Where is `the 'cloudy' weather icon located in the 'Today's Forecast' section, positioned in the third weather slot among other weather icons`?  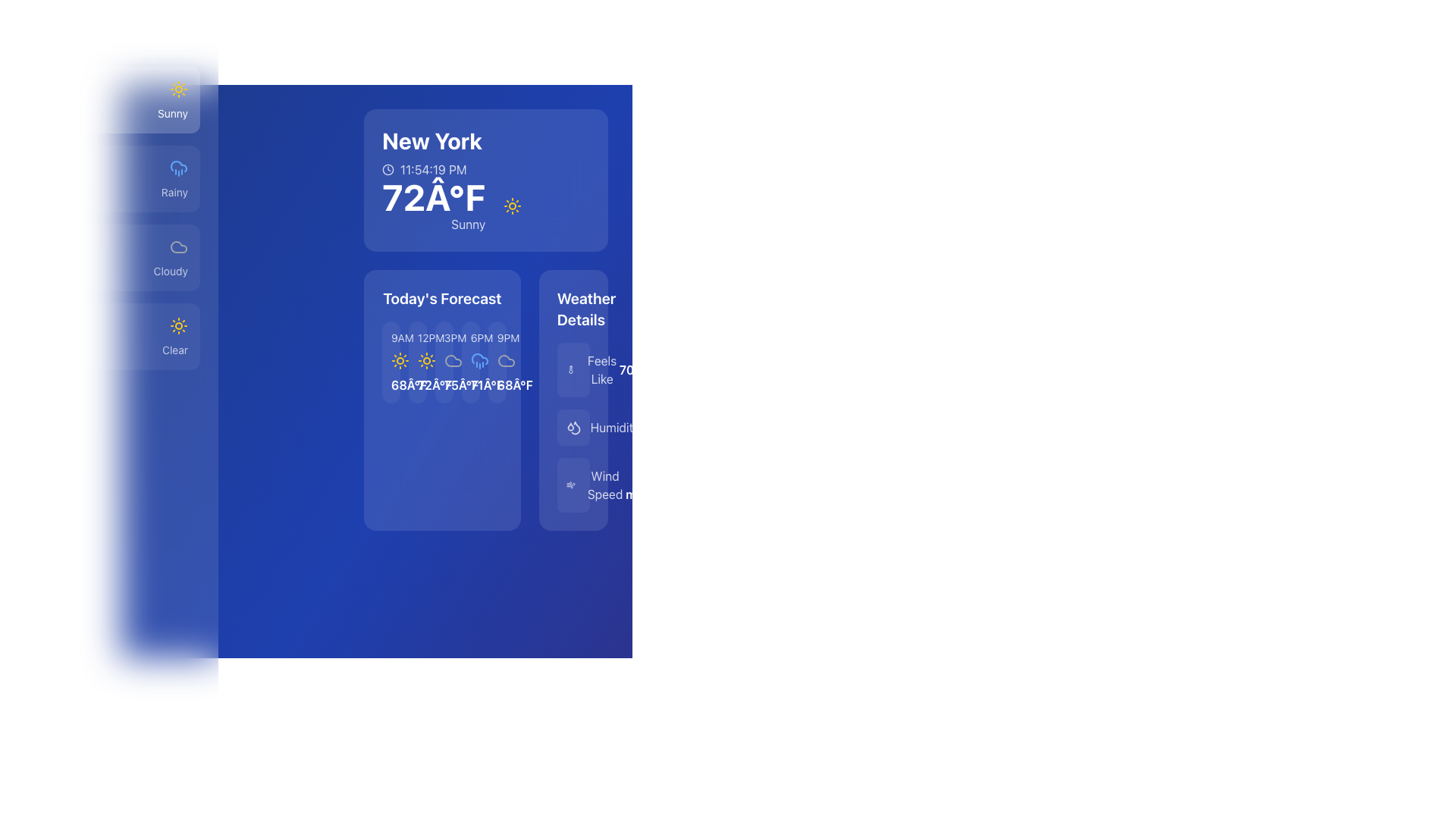
the 'cloudy' weather icon located in the 'Today's Forecast' section, positioned in the third weather slot among other weather icons is located at coordinates (506, 360).